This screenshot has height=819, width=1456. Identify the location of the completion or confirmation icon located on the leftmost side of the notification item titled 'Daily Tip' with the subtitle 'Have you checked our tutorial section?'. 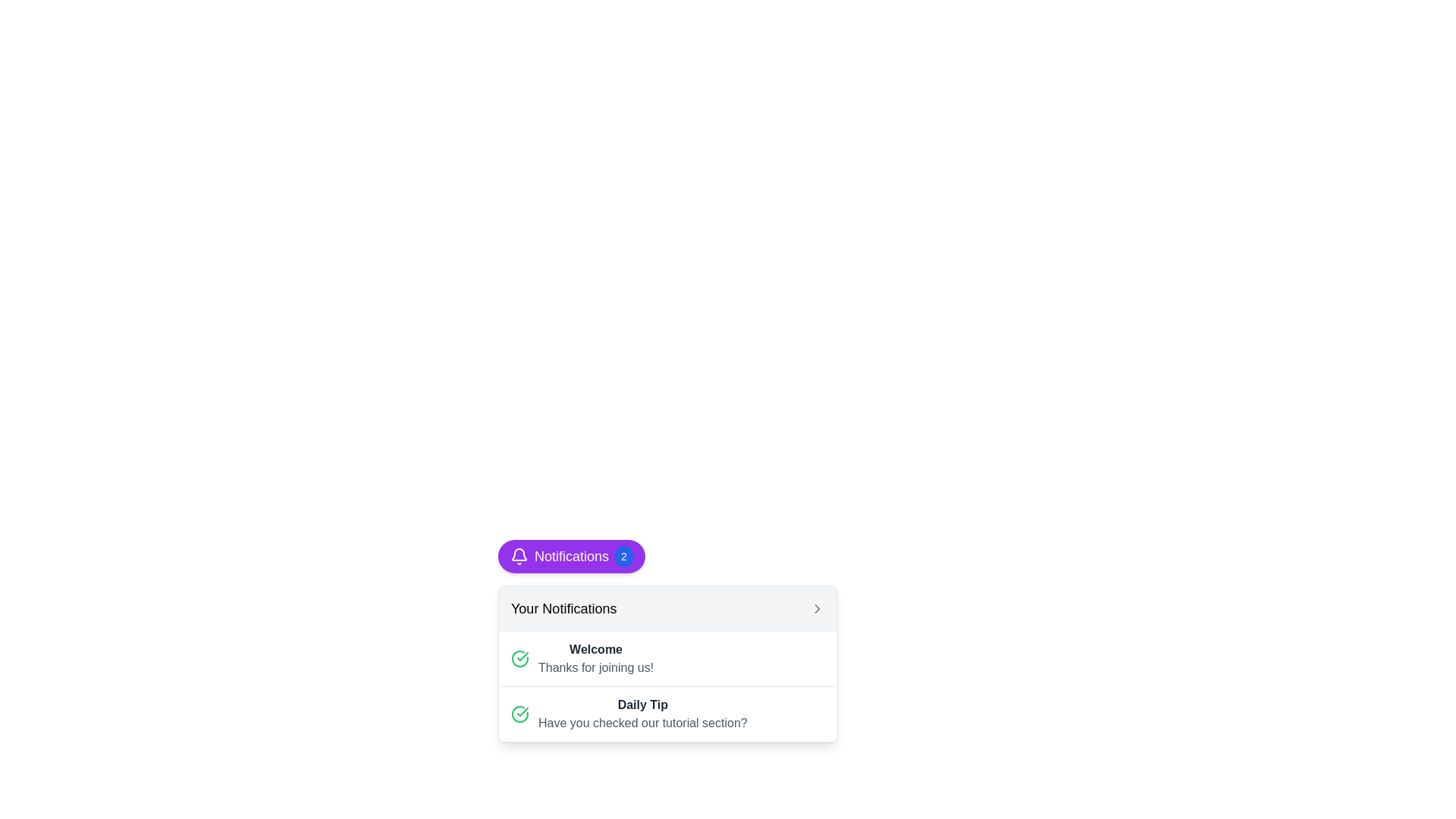
(520, 714).